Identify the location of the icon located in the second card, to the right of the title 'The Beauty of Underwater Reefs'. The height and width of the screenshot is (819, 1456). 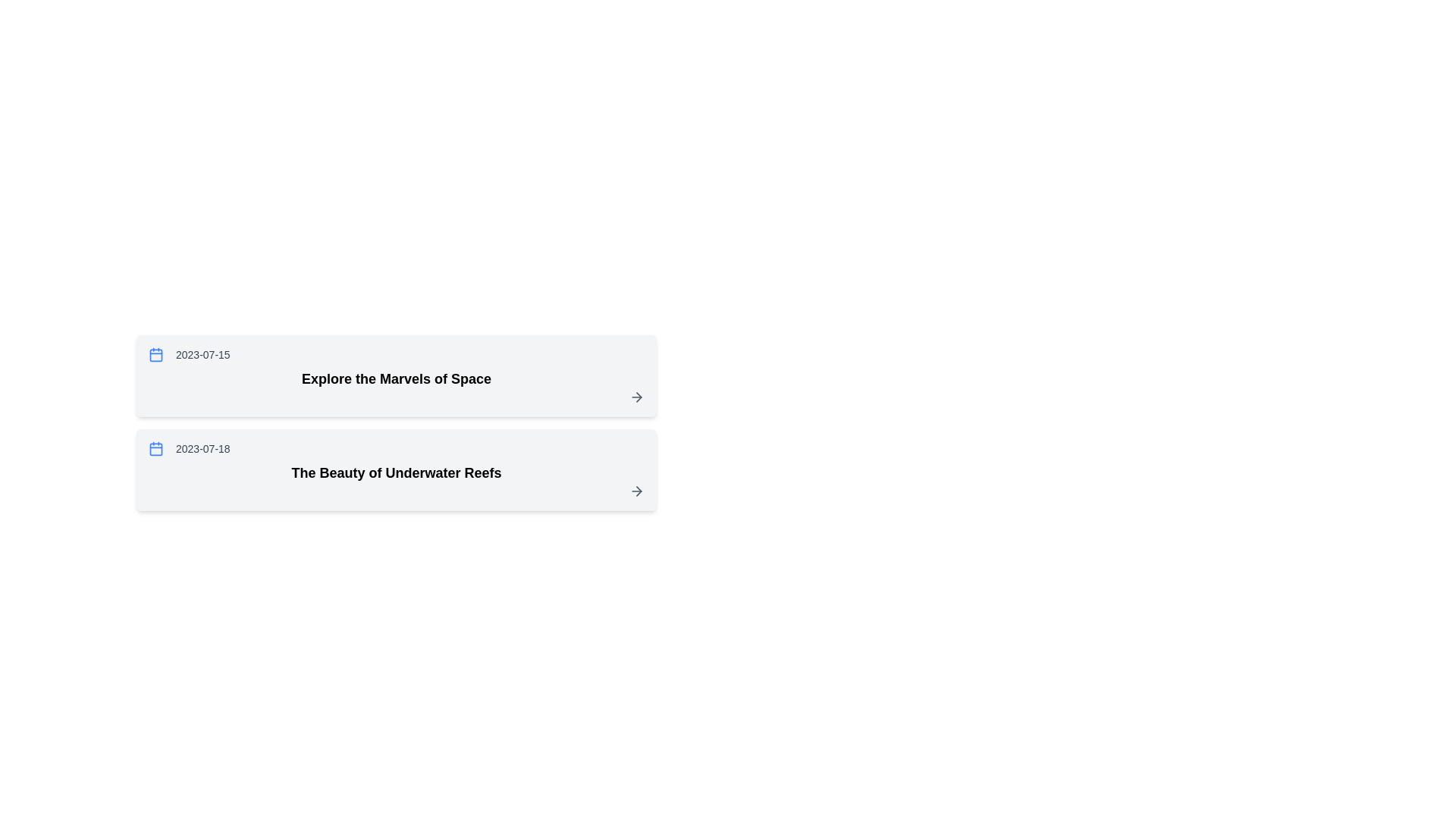
(639, 491).